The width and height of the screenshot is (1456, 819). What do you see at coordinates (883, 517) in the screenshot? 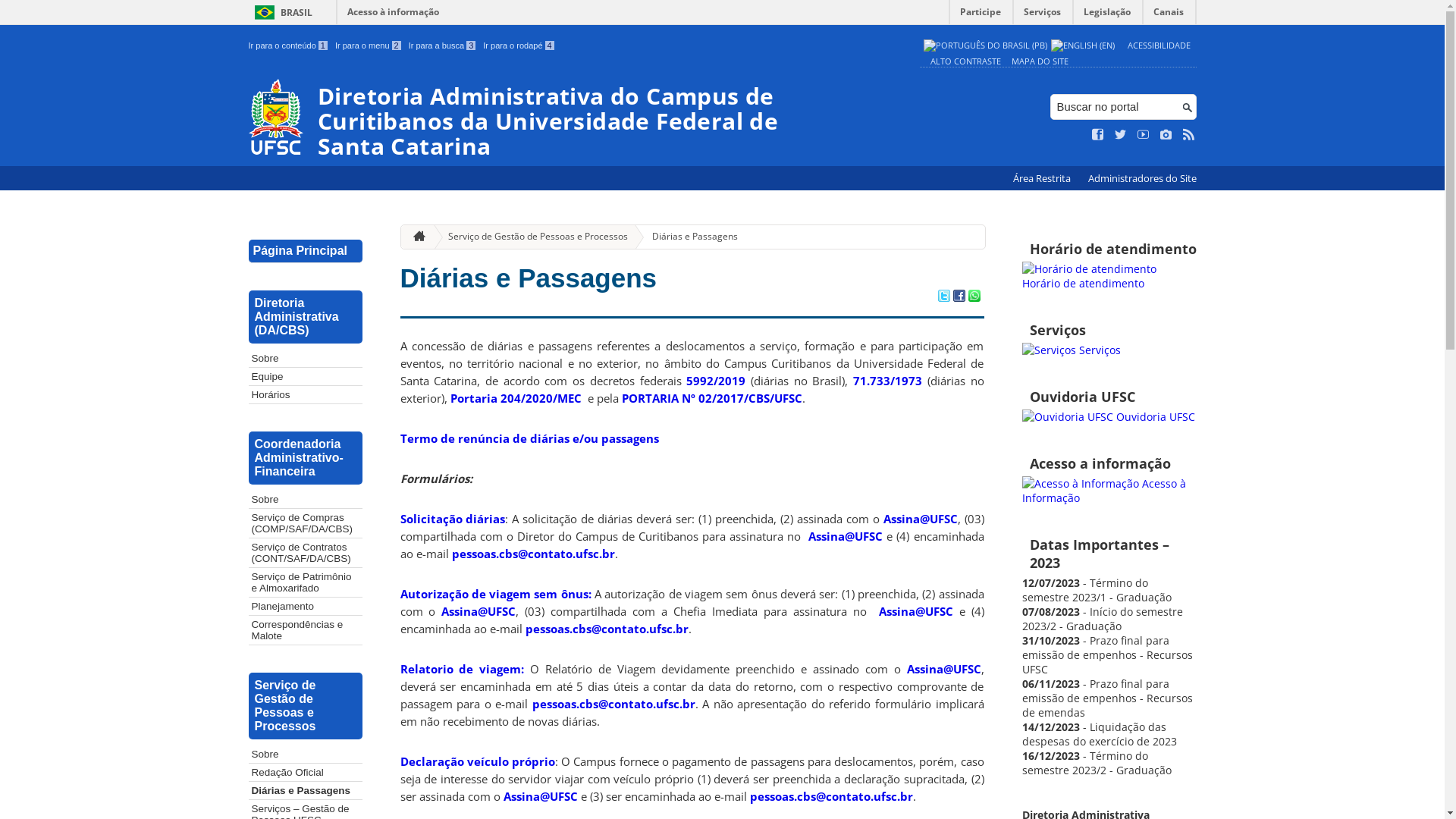
I see `'Assina@UFSC'` at bounding box center [883, 517].